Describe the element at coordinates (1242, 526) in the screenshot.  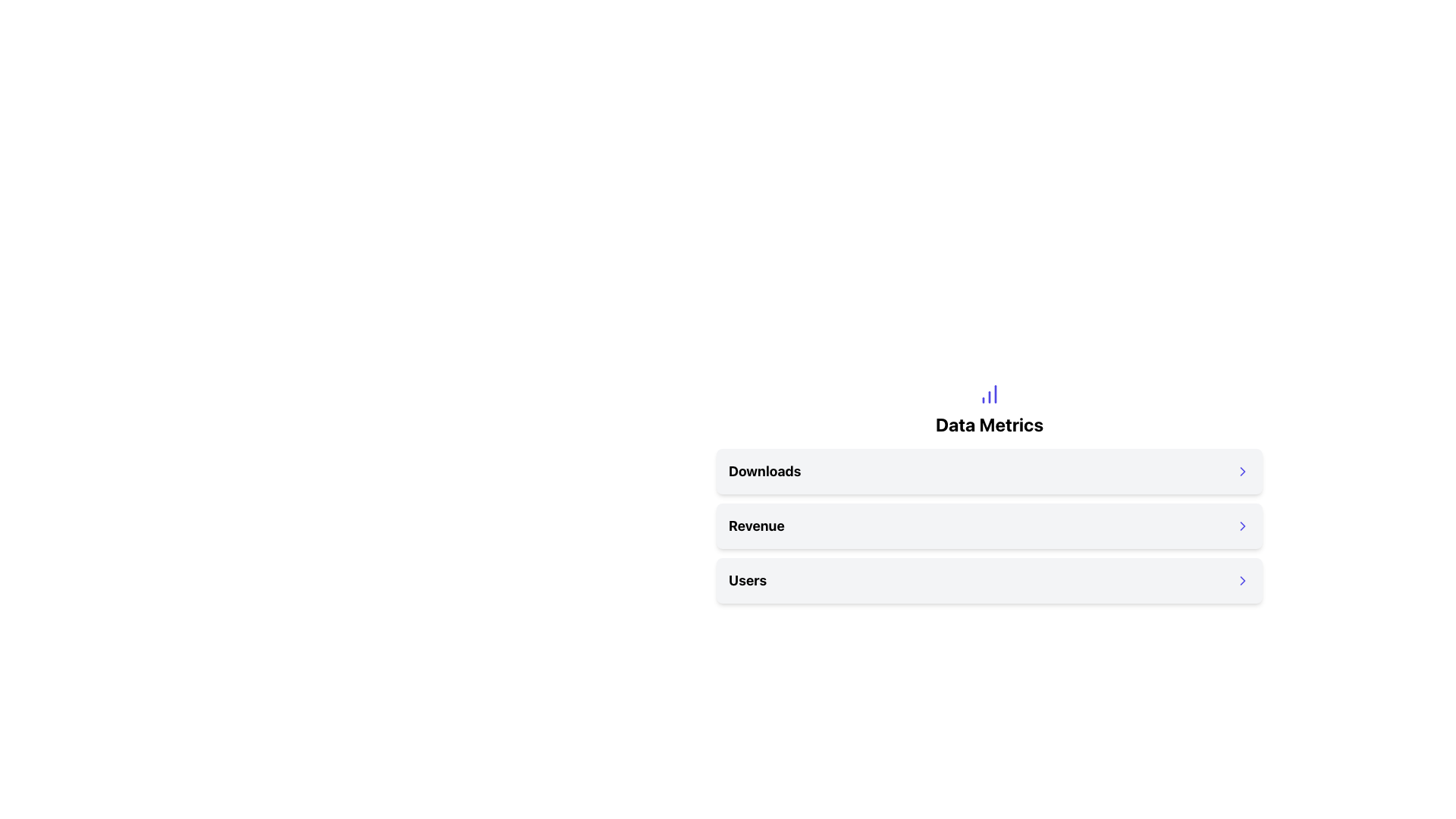
I see `the inner part of the right-pointing chevron arrow in the 'Revenue' list item` at that location.